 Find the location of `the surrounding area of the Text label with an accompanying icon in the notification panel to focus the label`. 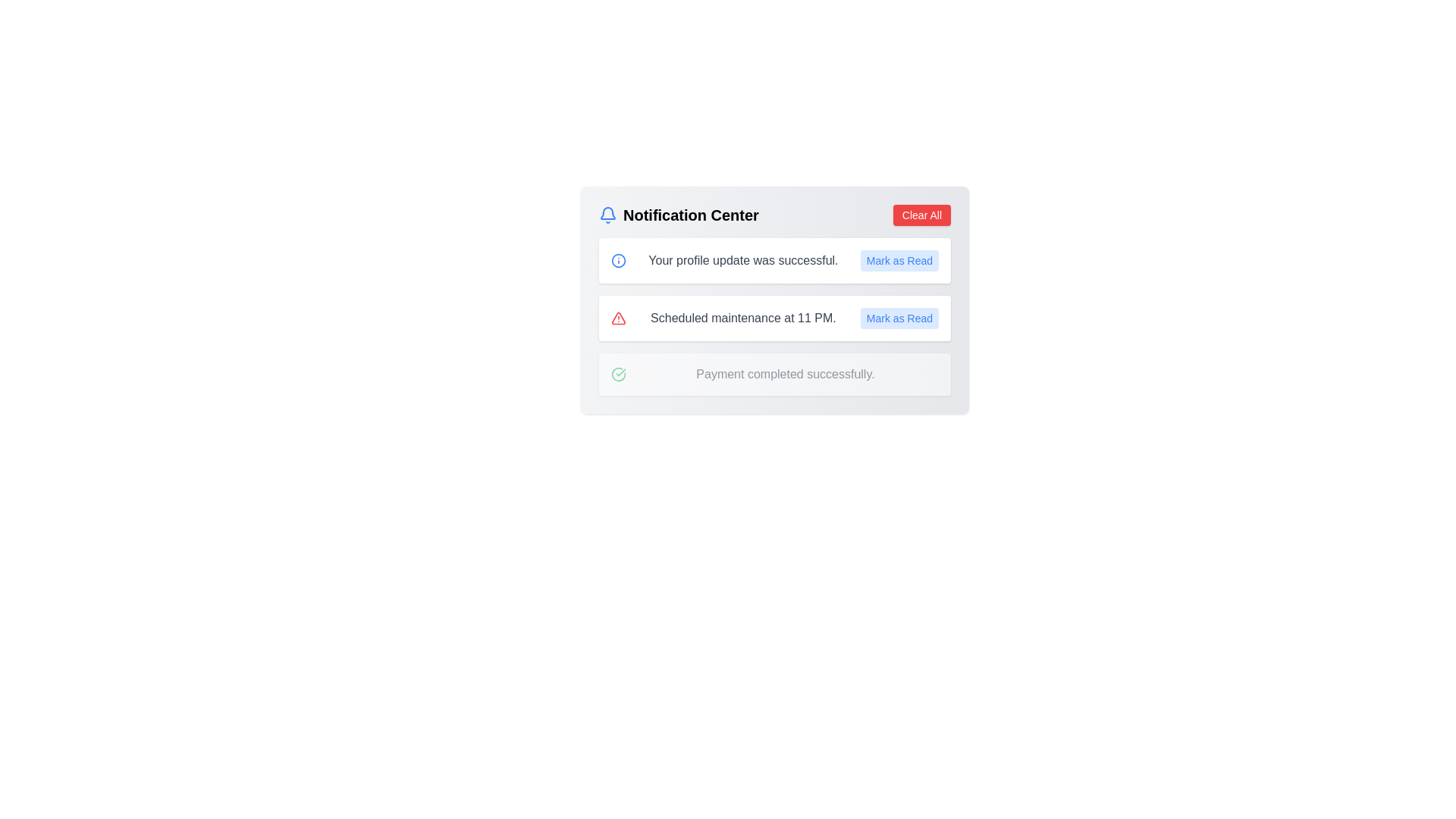

the surrounding area of the Text label with an accompanying icon in the notification panel to focus the label is located at coordinates (677, 215).